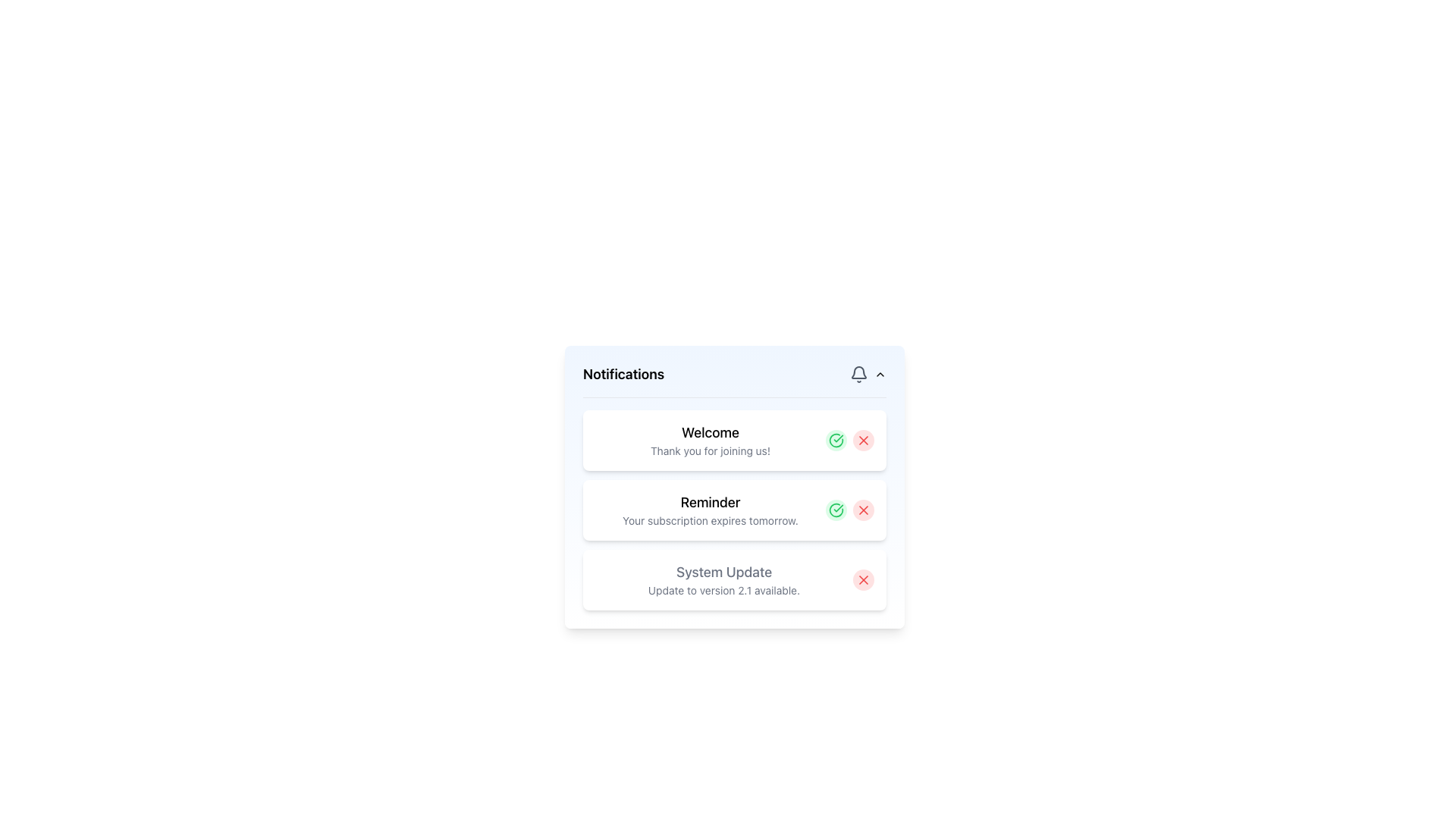 The width and height of the screenshot is (1456, 819). Describe the element at coordinates (709, 519) in the screenshot. I see `the static text label that conveys the subscription expiration message, which is located within the 'Reminder' notification card, below the 'Reminder' header text` at that location.